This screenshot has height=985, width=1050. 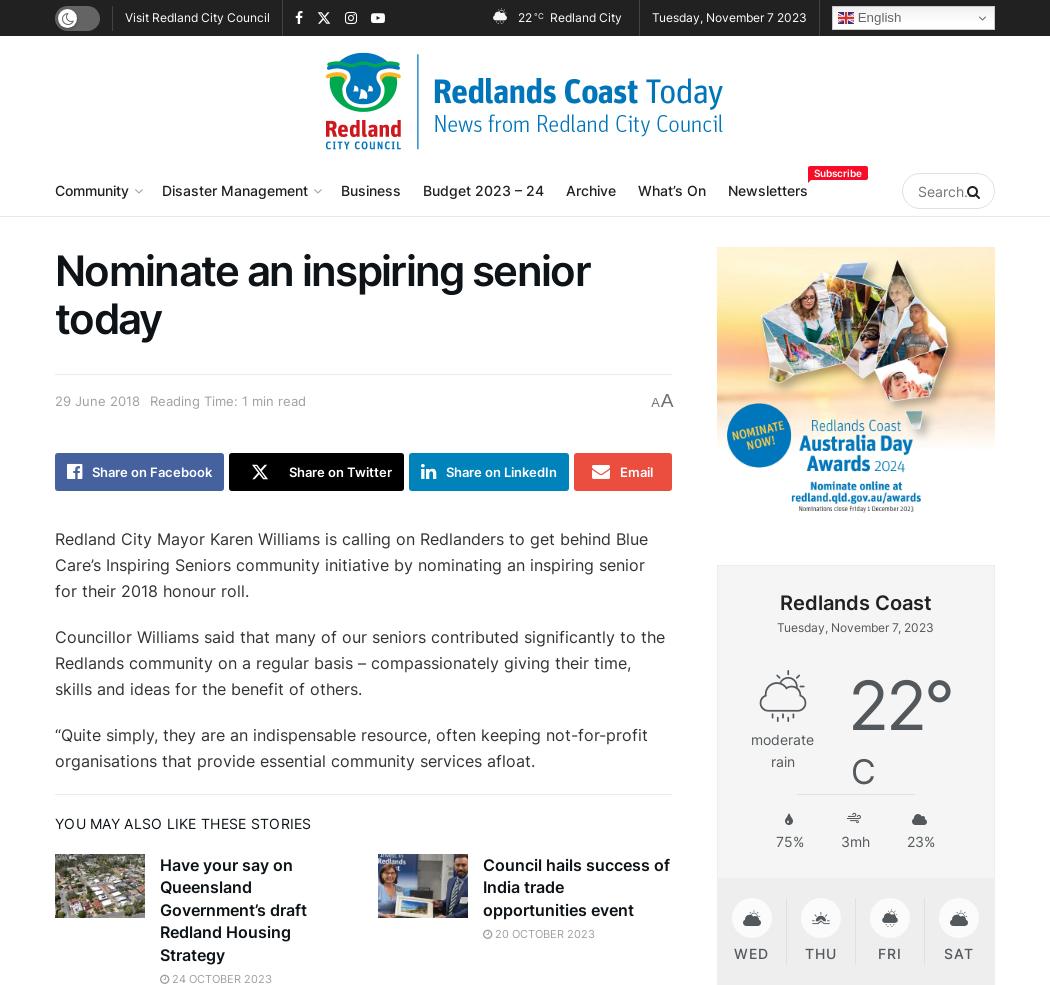 What do you see at coordinates (830, 954) in the screenshot?
I see `'18'` at bounding box center [830, 954].